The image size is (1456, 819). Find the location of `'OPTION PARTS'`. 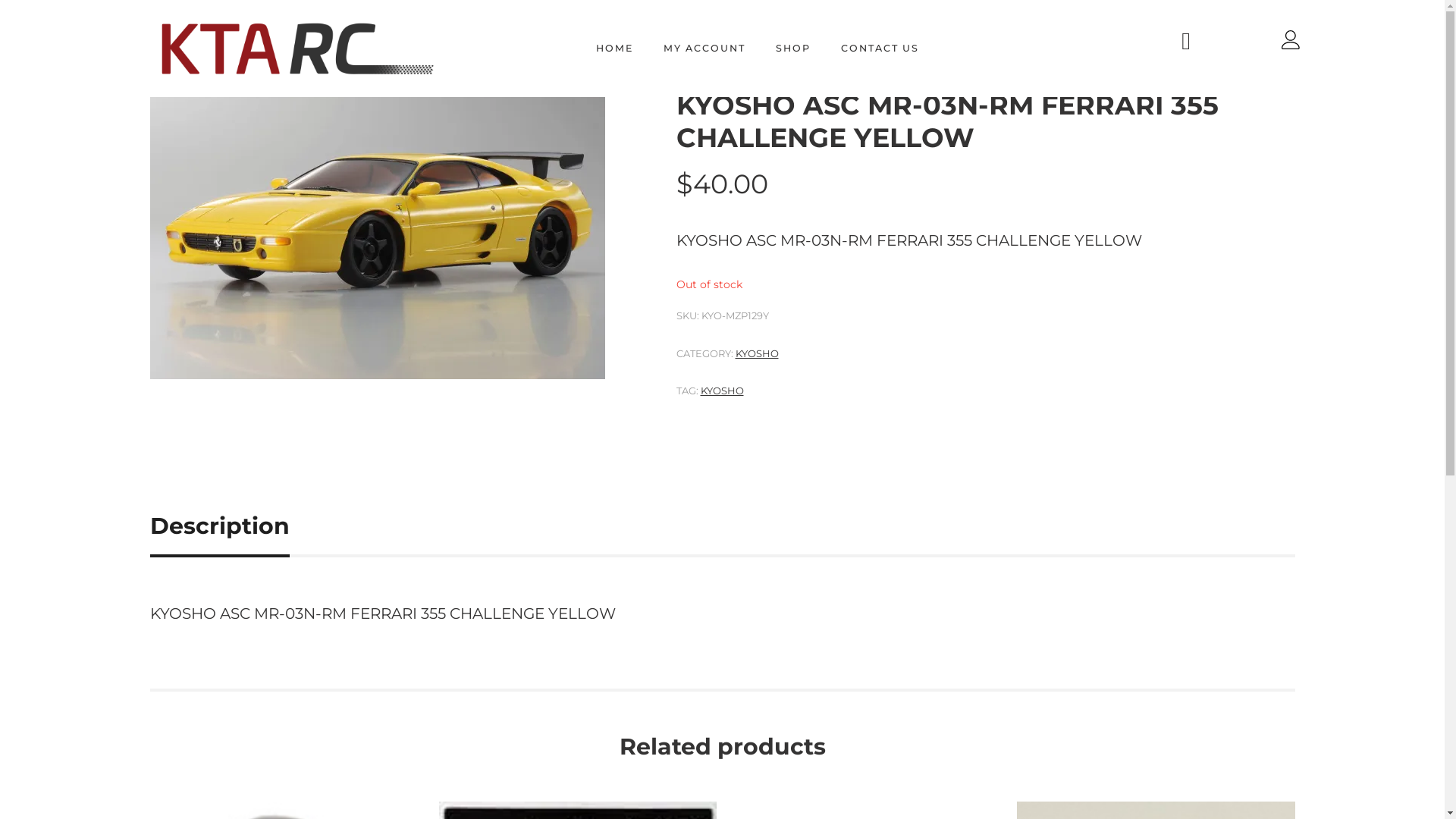

'OPTION PARTS' is located at coordinates (767, 61).